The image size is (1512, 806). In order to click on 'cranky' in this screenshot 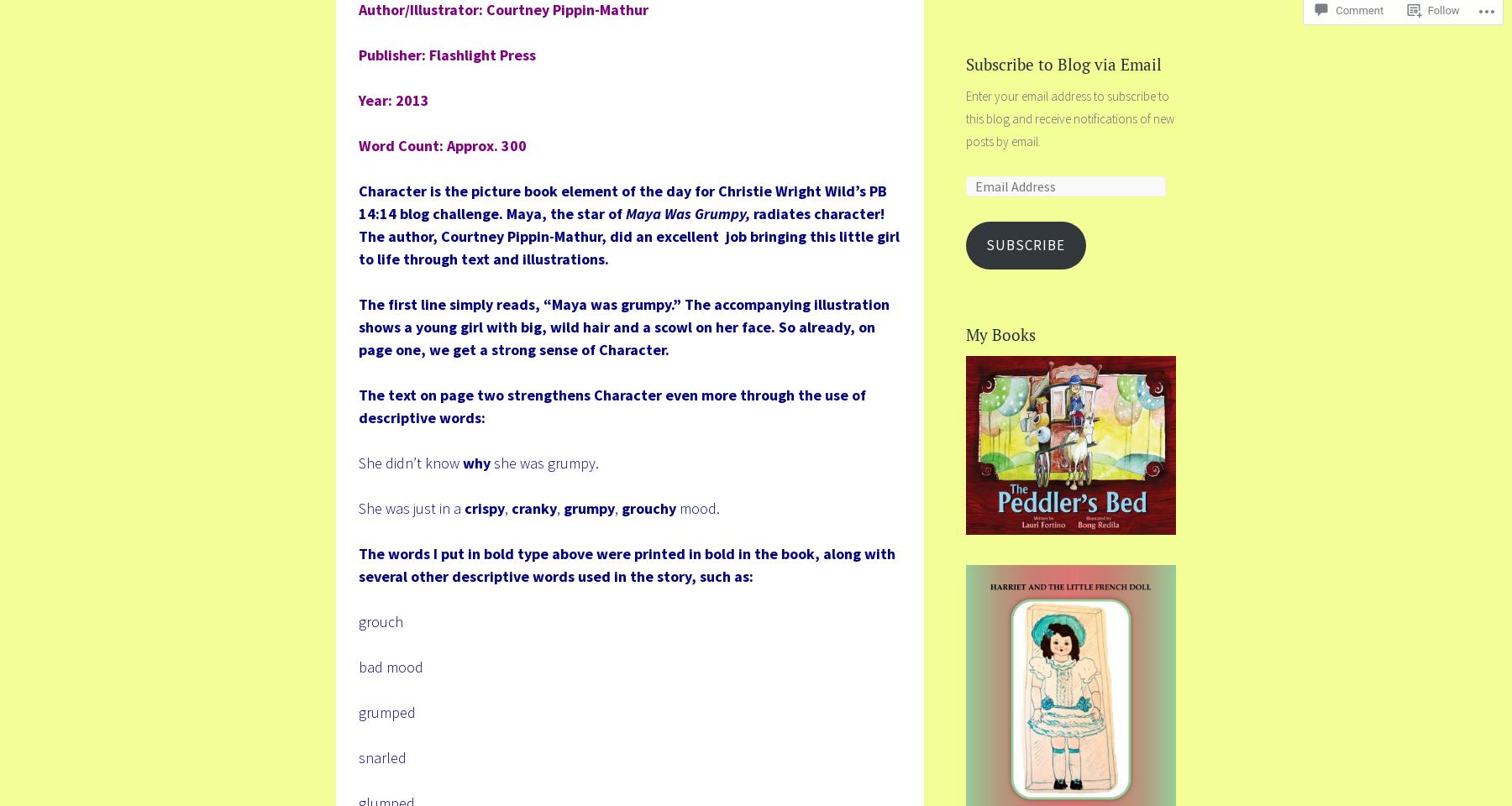, I will do `click(533, 506)`.